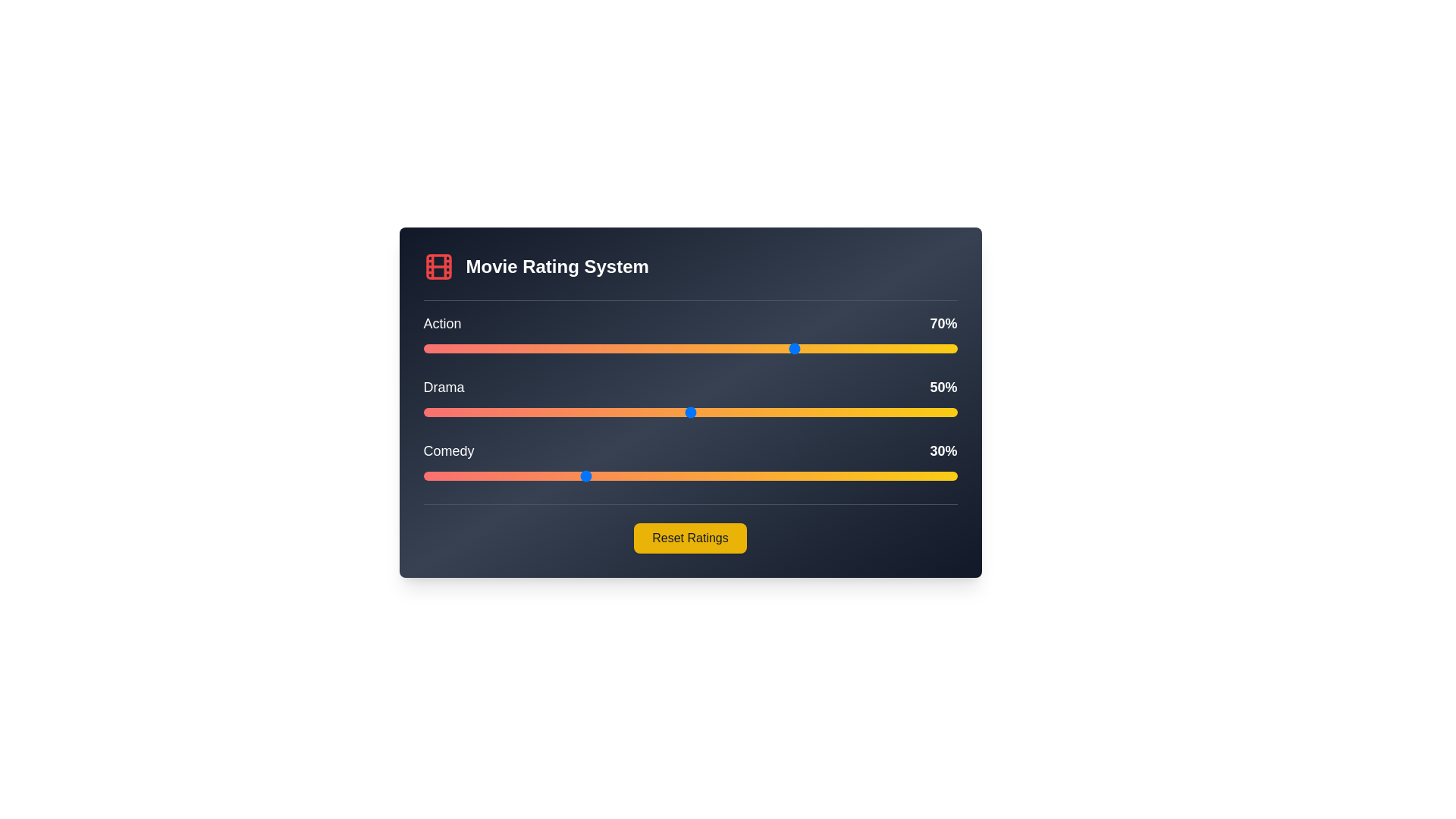  I want to click on 'Reset Ratings' button to reset all ratings to their default values, so click(689, 537).